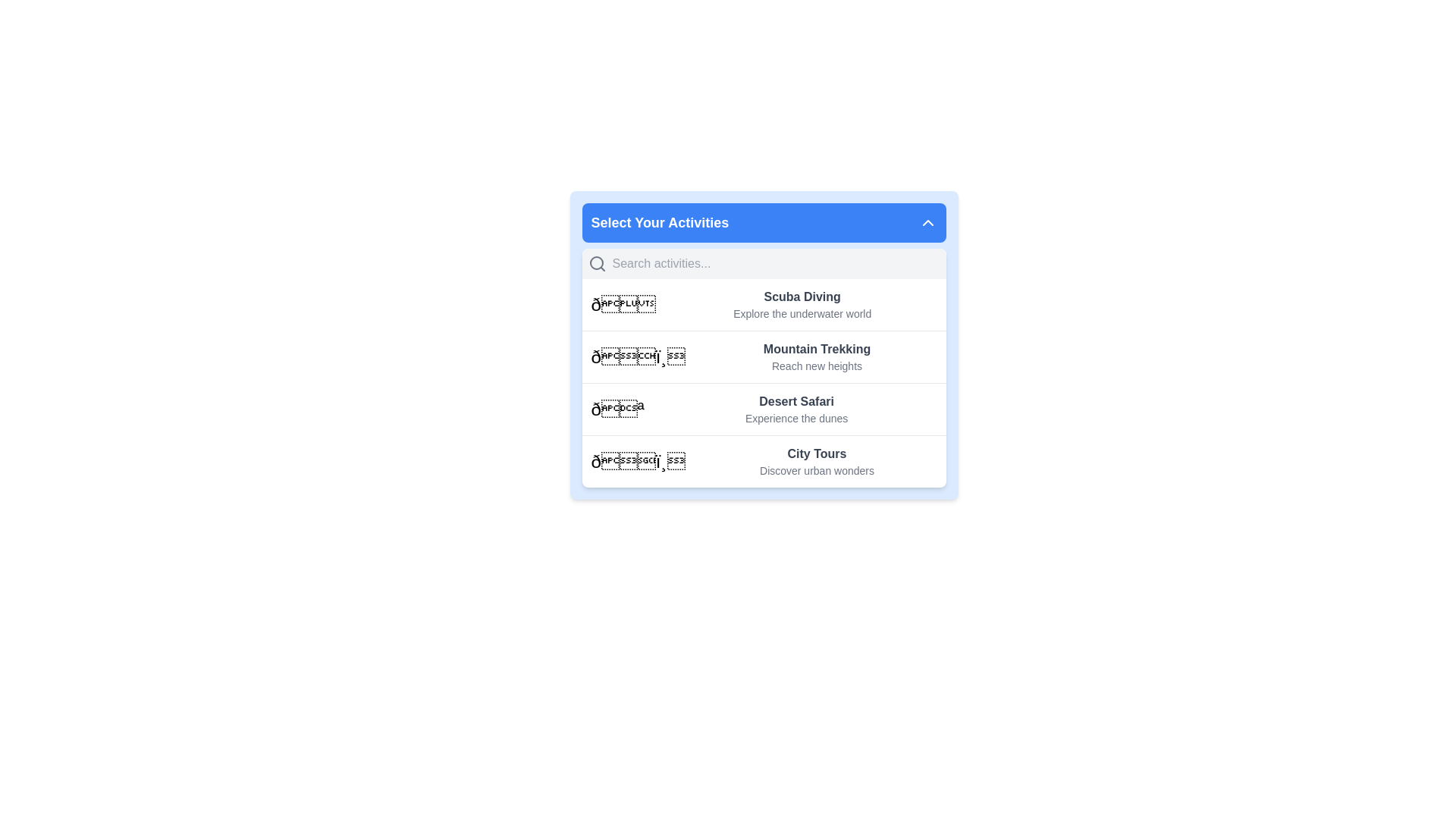 This screenshot has width=1456, height=819. What do you see at coordinates (764, 356) in the screenshot?
I see `text contained in the list item featuring a mountain icon and the bold text 'Mountain Trekking' along with its subtitle 'Reach new heights'` at bounding box center [764, 356].